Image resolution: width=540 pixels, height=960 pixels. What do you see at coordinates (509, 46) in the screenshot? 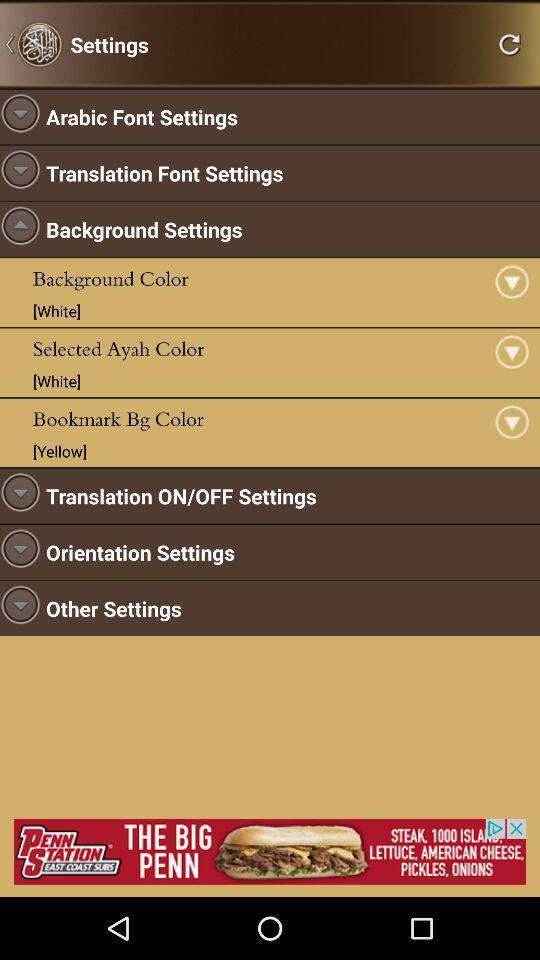
I see `the refresh icon` at bounding box center [509, 46].